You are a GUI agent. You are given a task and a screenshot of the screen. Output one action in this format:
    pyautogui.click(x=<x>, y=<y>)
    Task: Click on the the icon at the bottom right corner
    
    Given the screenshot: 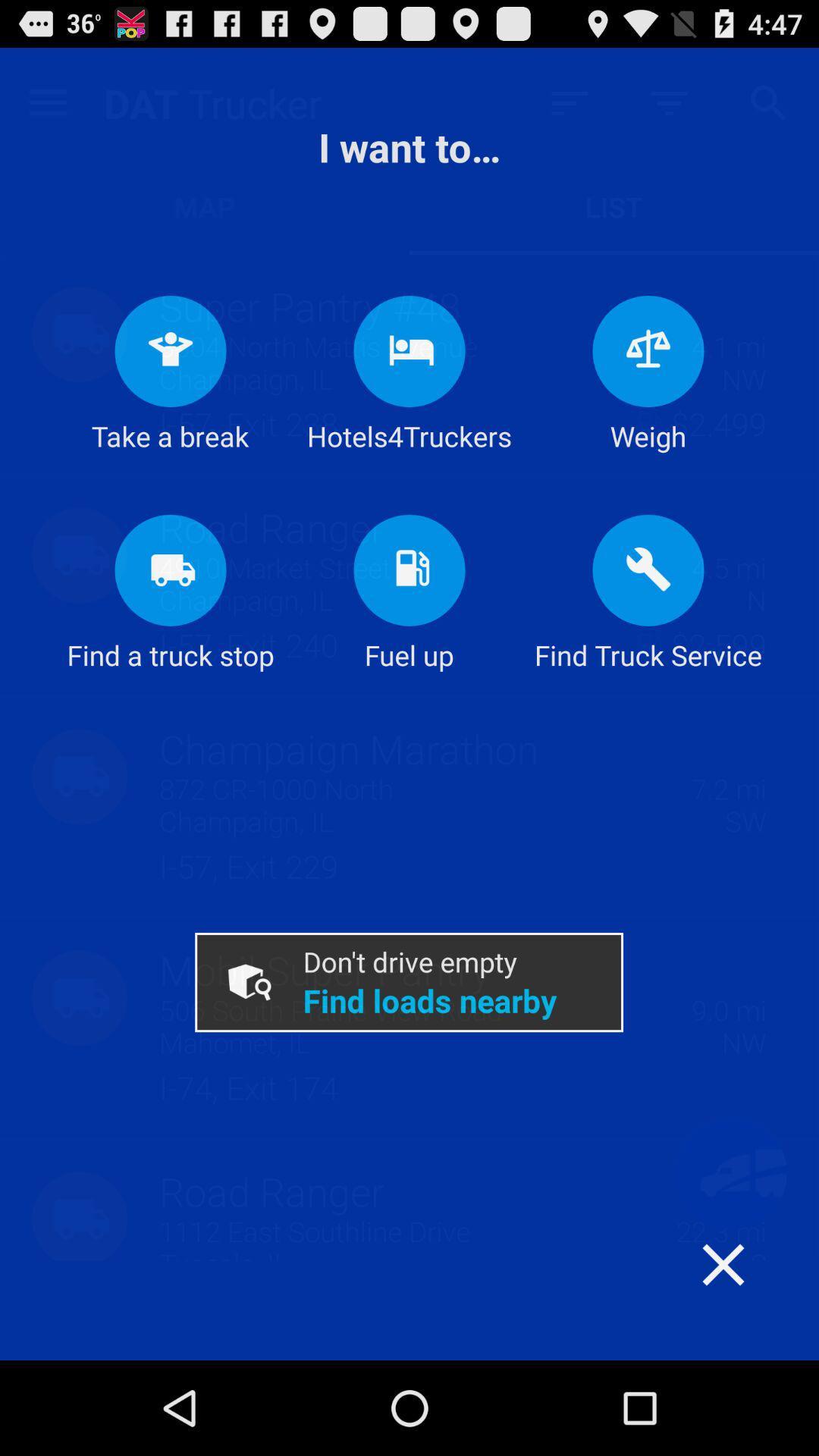 What is the action you would take?
    pyautogui.click(x=753, y=1294)
    